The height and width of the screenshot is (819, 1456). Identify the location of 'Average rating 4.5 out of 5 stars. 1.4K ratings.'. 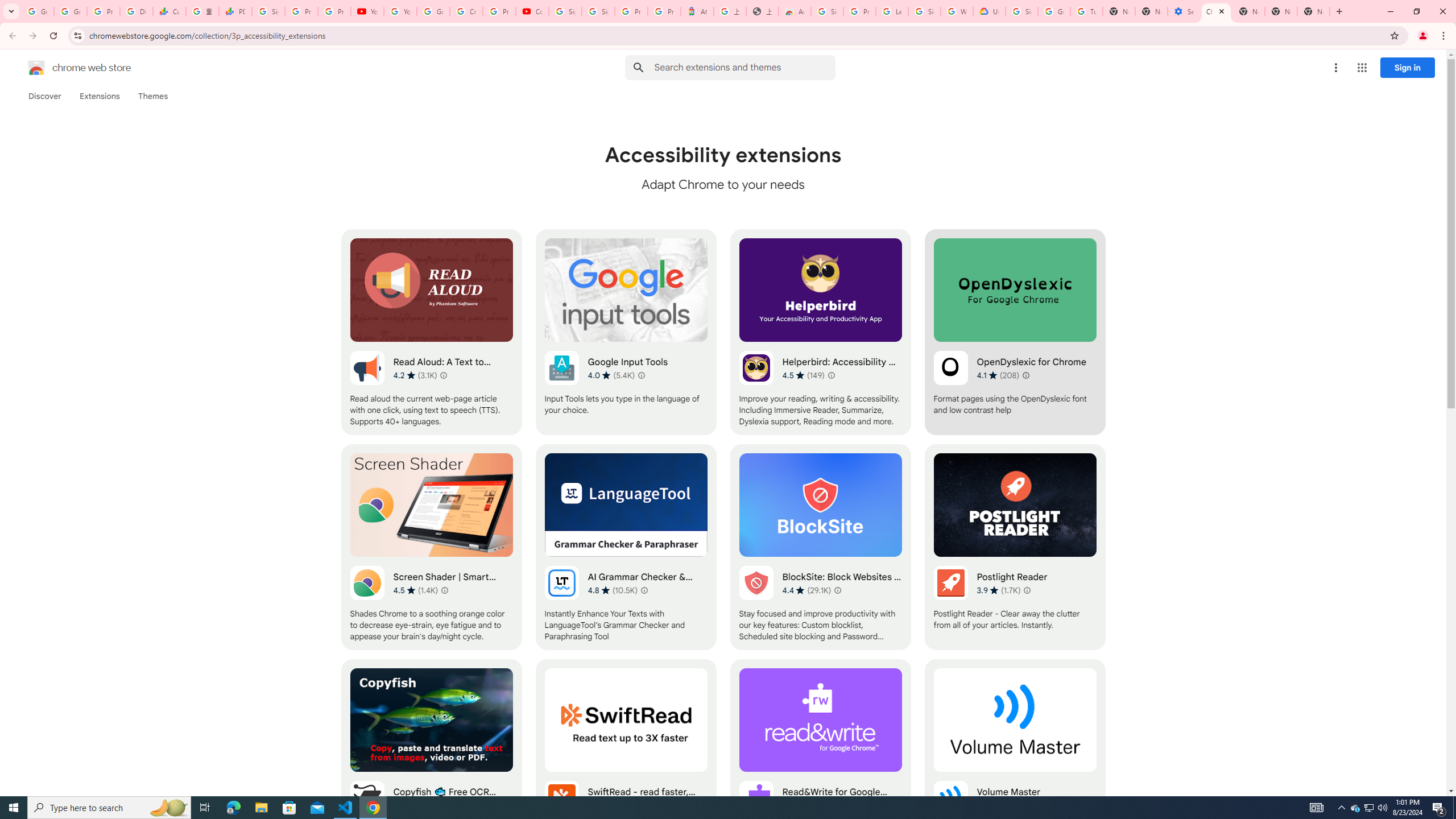
(415, 590).